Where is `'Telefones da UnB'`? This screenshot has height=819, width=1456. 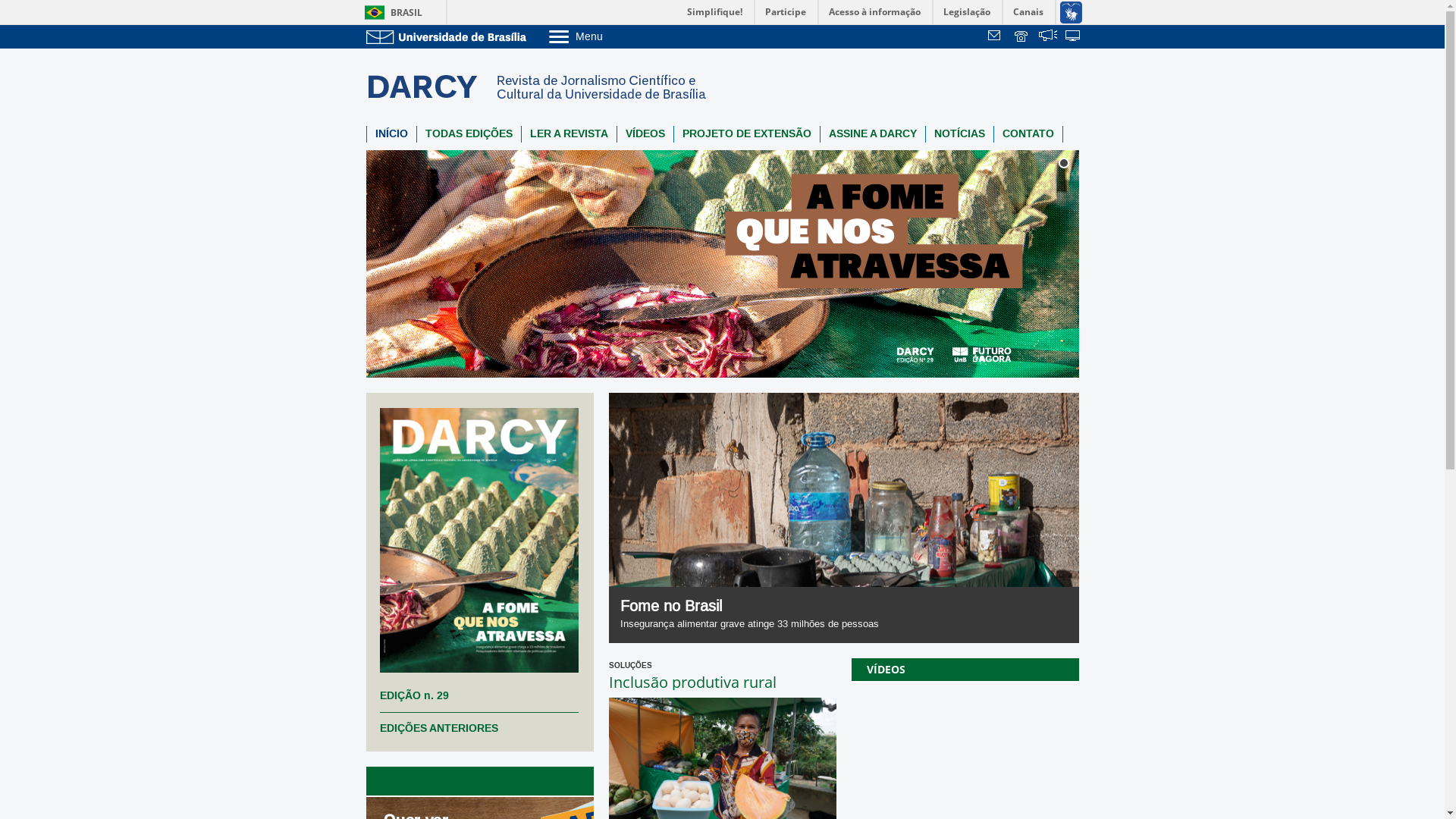 'Telefones da UnB' is located at coordinates (1012, 36).